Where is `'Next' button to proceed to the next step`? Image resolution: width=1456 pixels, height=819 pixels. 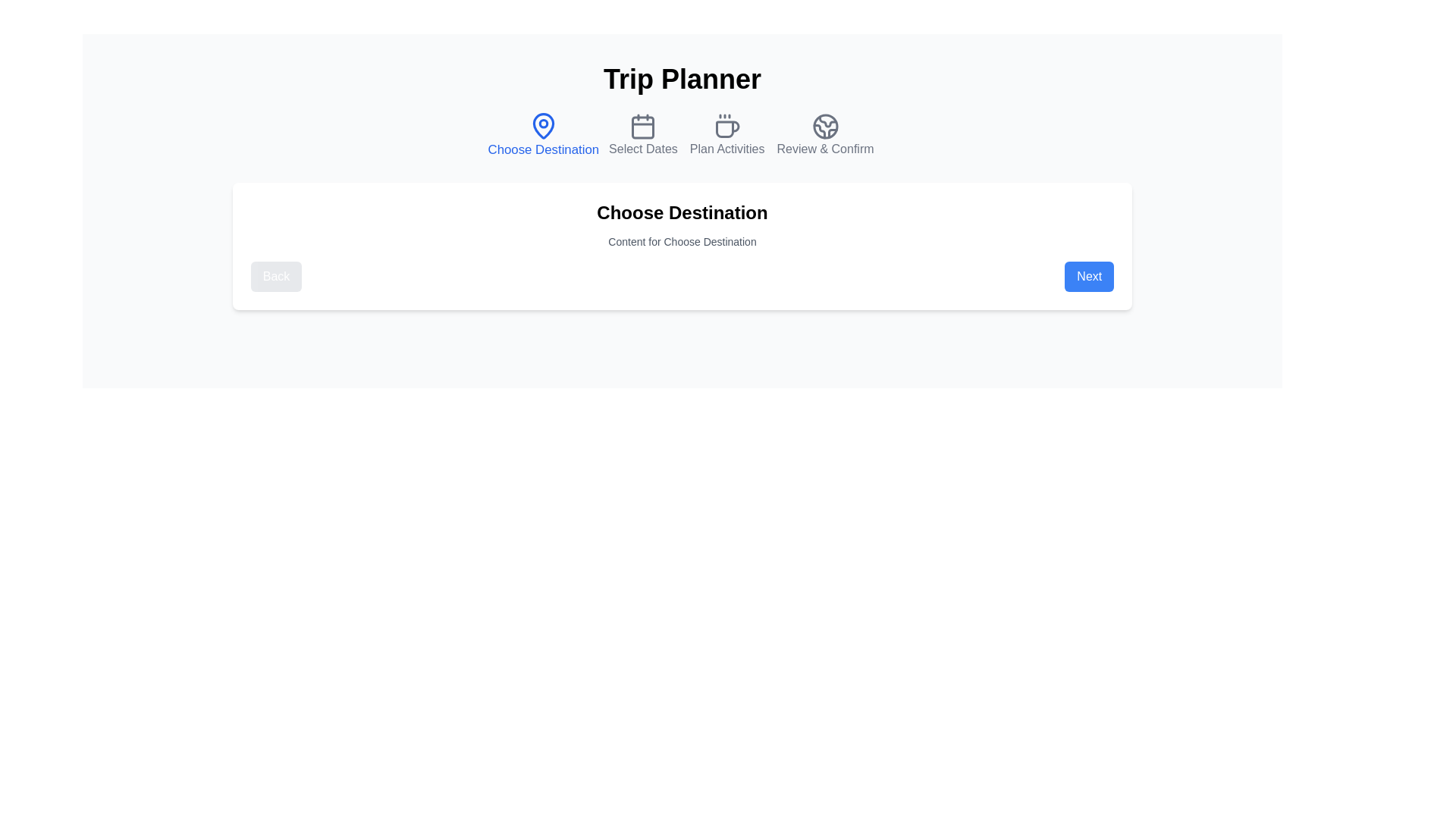 'Next' button to proceed to the next step is located at coordinates (1088, 277).